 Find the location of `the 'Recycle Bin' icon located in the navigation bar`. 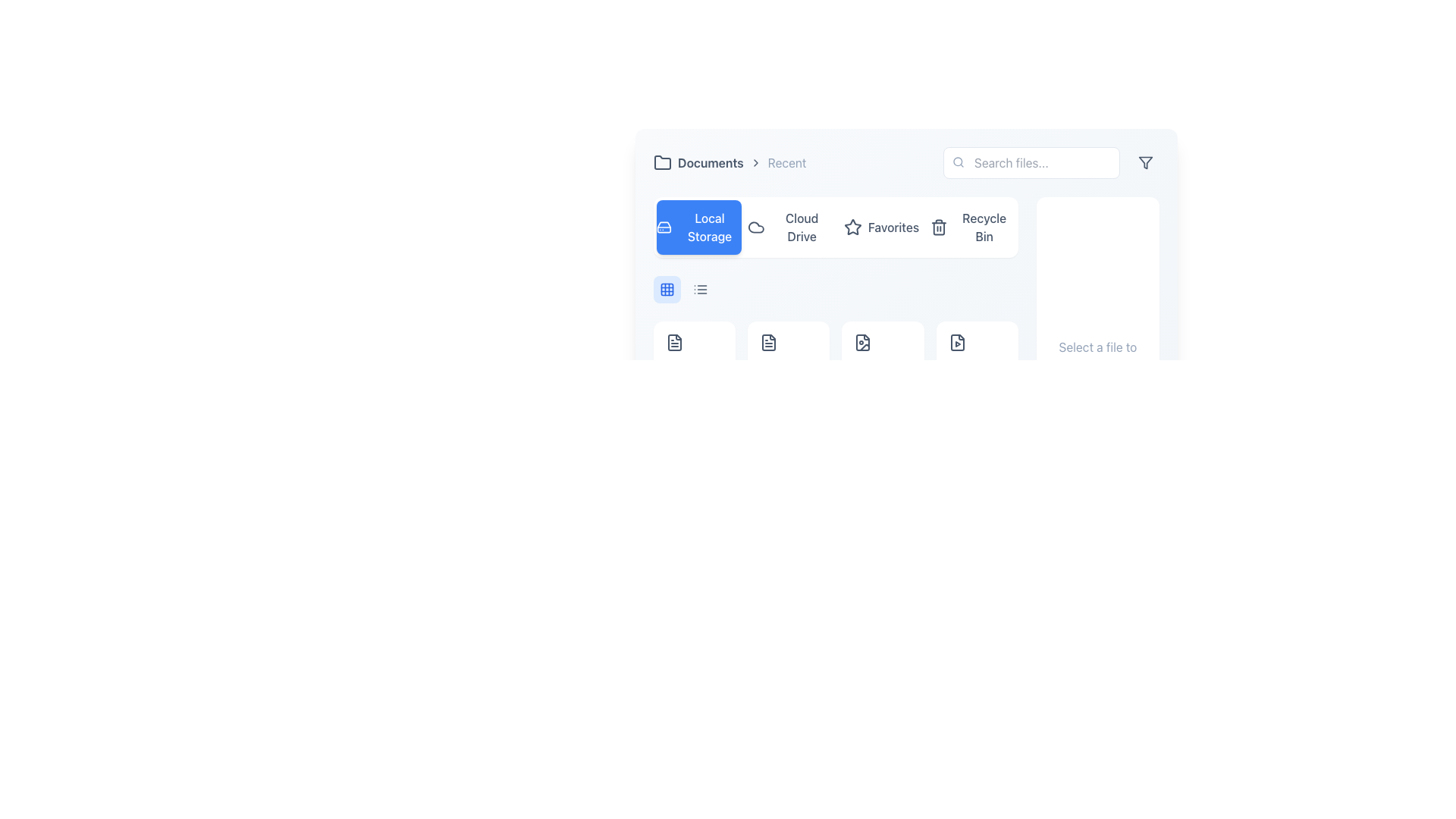

the 'Recycle Bin' icon located in the navigation bar is located at coordinates (938, 227).